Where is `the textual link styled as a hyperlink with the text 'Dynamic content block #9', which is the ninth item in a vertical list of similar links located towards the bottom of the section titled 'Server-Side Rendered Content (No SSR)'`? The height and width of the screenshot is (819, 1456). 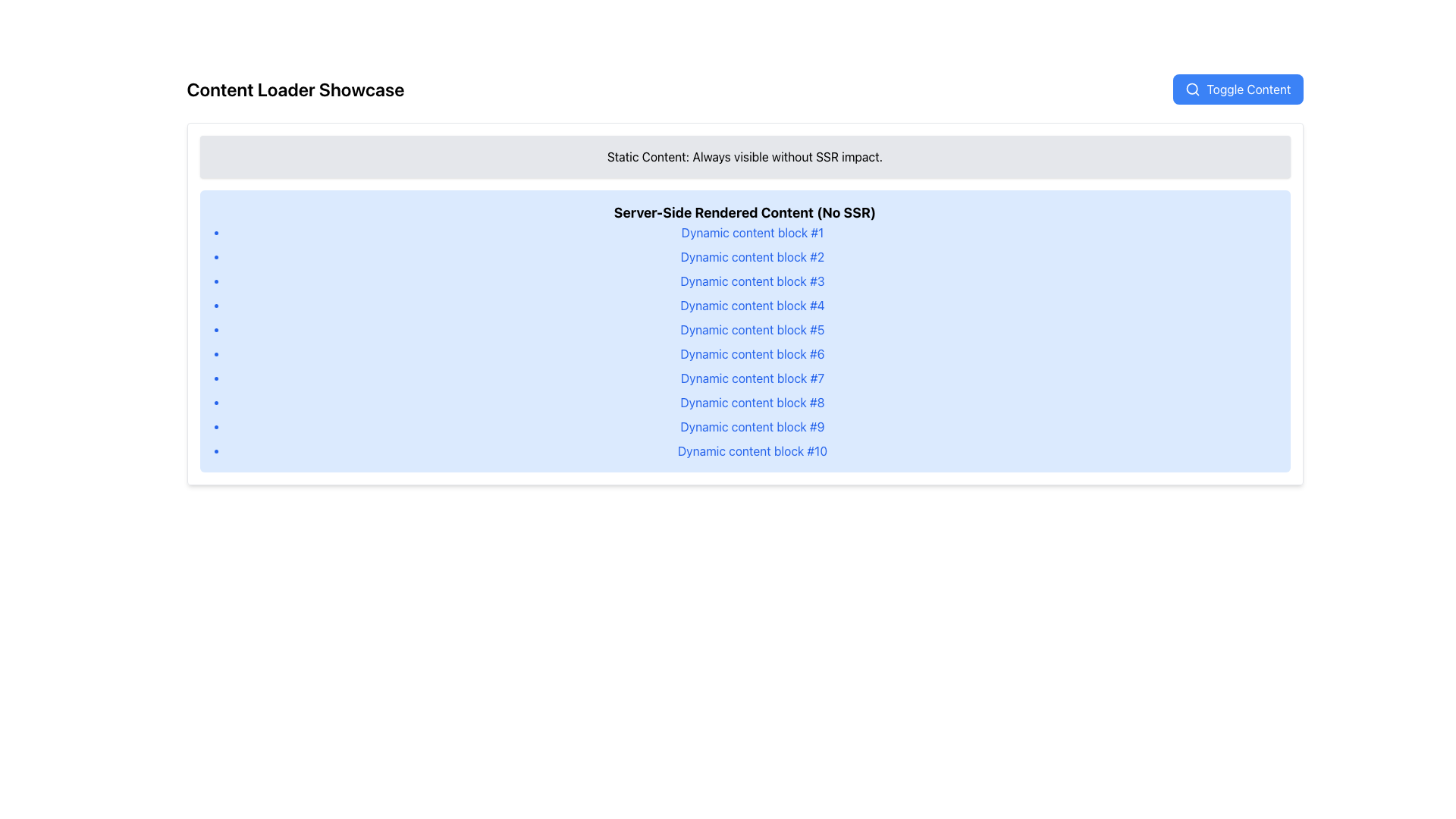
the textual link styled as a hyperlink with the text 'Dynamic content block #9', which is the ninth item in a vertical list of similar links located towards the bottom of the section titled 'Server-Side Rendered Content (No SSR)' is located at coordinates (752, 427).